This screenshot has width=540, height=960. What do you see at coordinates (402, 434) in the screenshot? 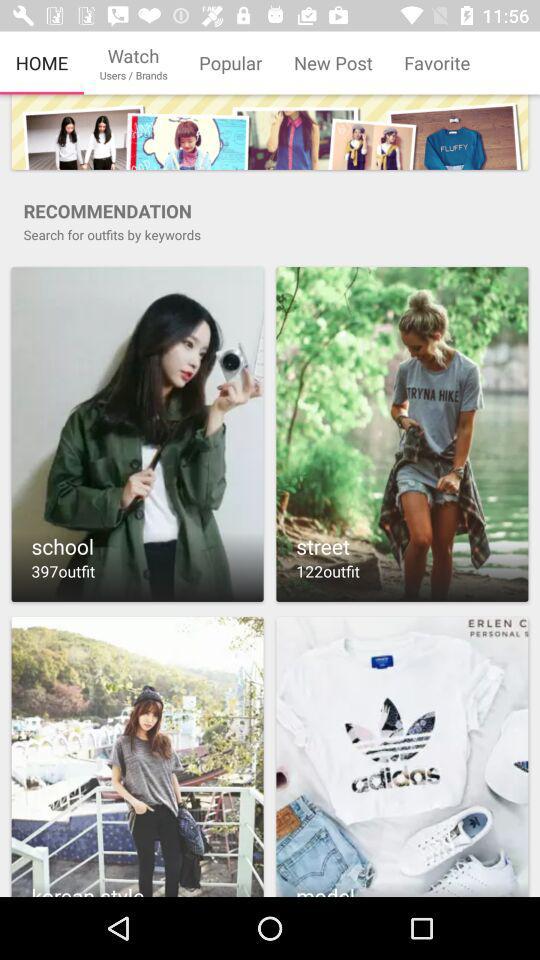
I see `the 2nd image on the top right corner of the web page` at bounding box center [402, 434].